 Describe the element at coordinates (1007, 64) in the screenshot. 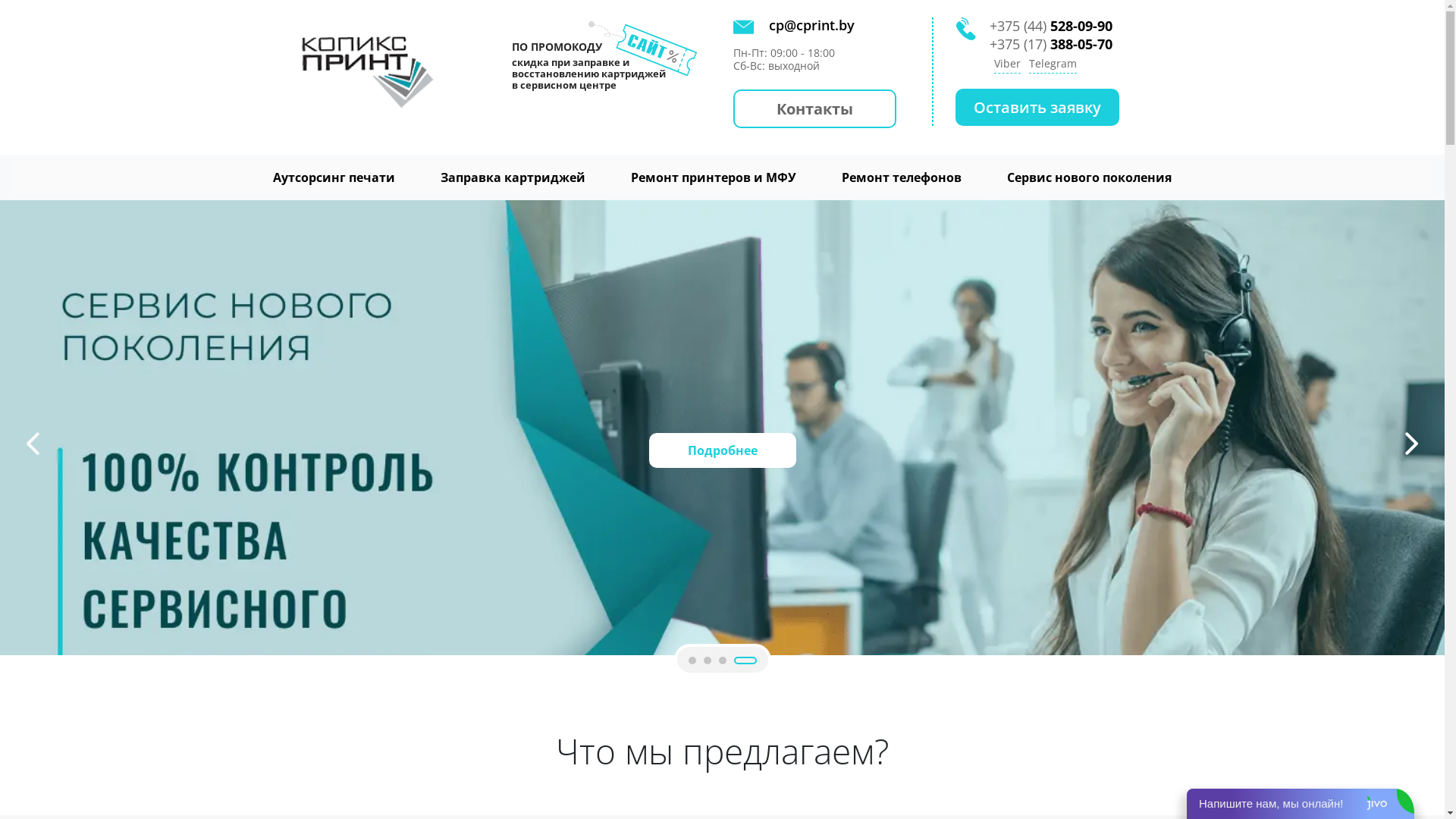

I see `'Viber'` at that location.